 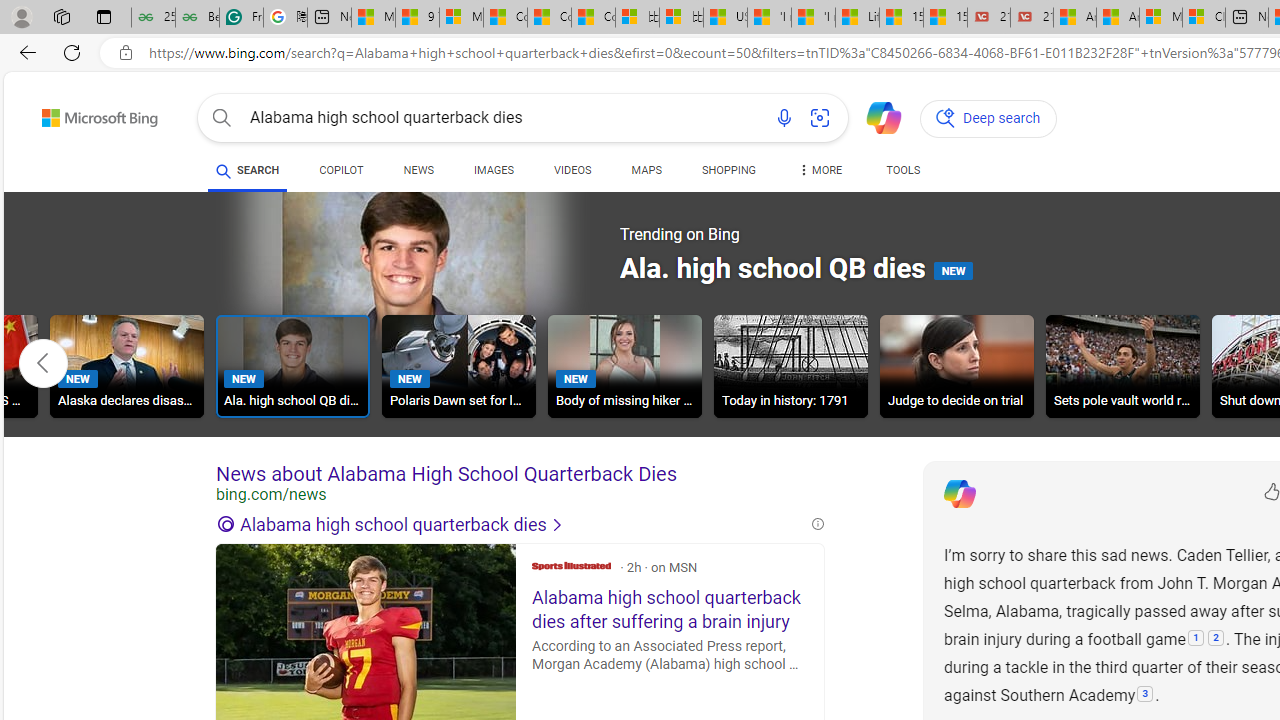 What do you see at coordinates (417, 172) in the screenshot?
I see `'NEWS'` at bounding box center [417, 172].